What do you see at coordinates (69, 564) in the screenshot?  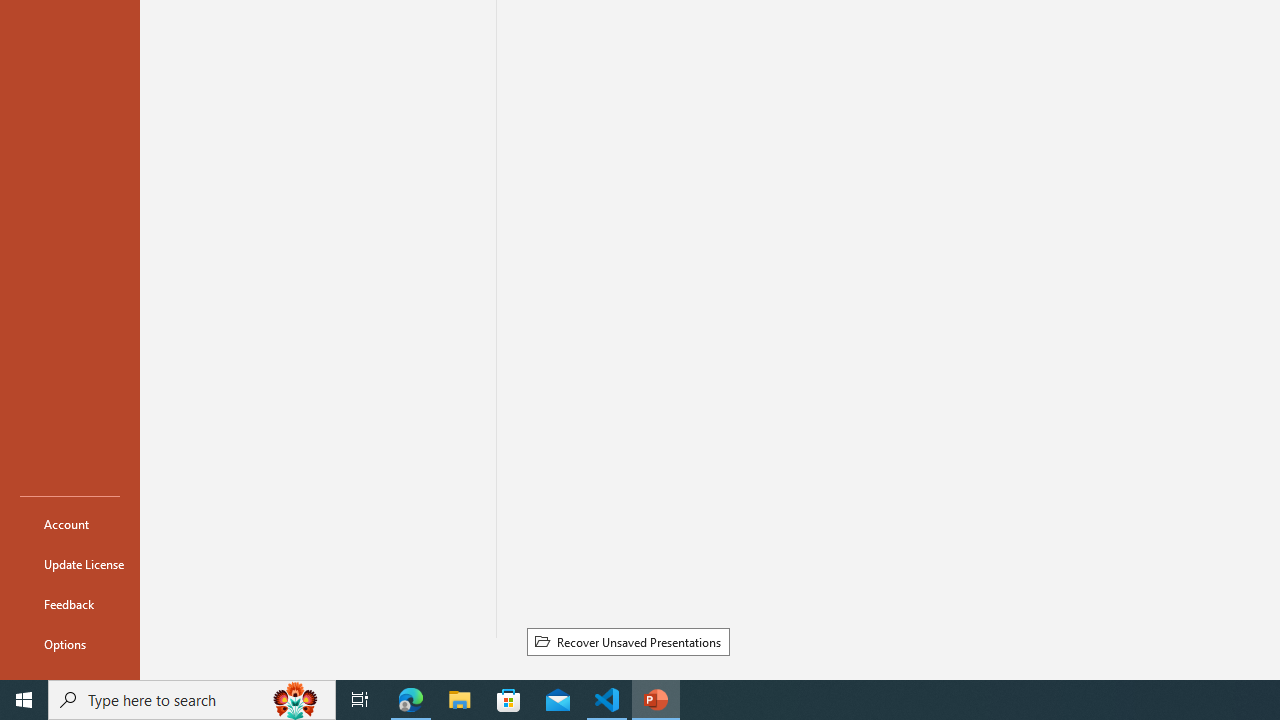 I see `'Update License'` at bounding box center [69, 564].